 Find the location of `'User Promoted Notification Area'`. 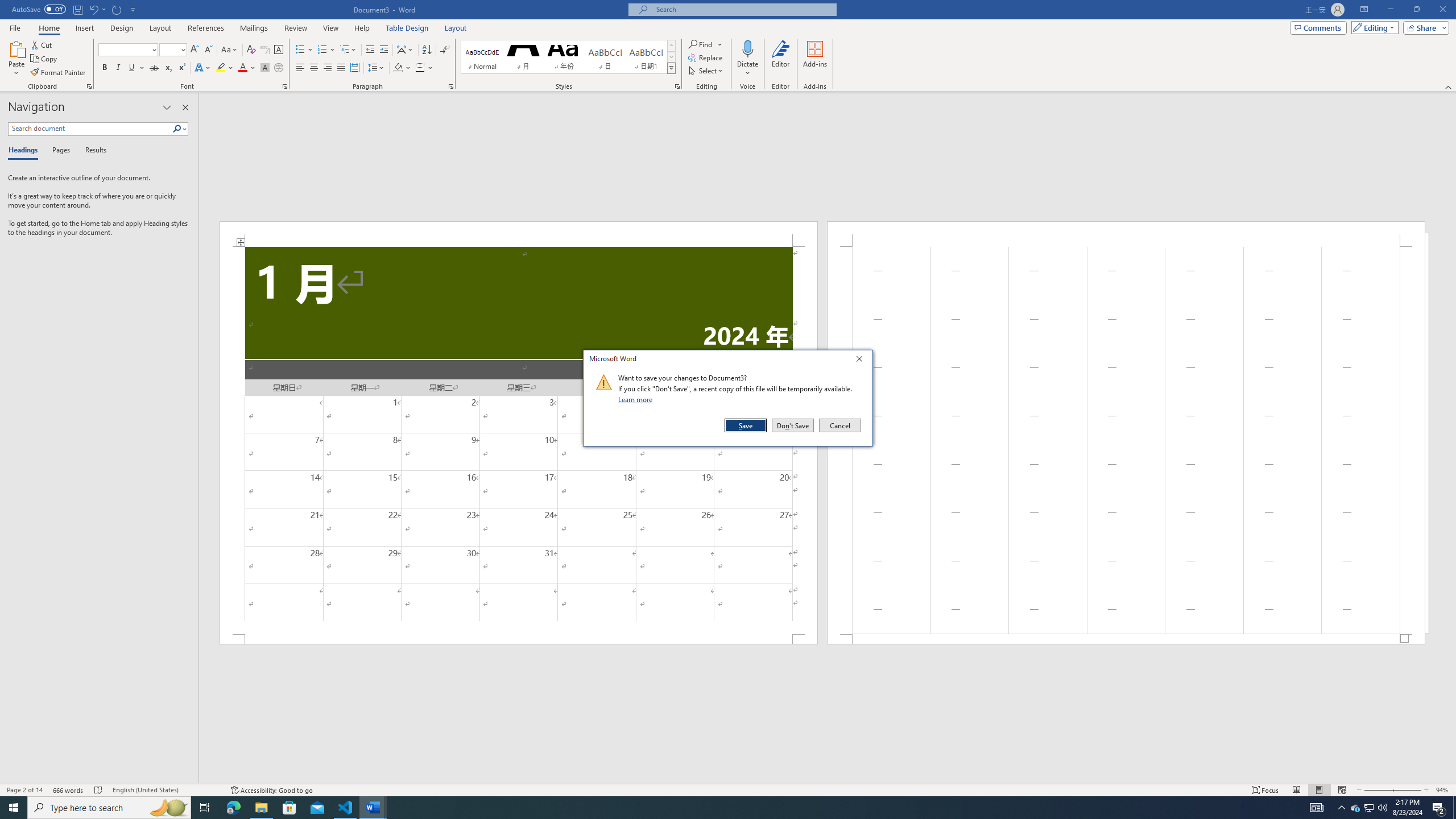

'User Promoted Notification Area' is located at coordinates (1368, 806).